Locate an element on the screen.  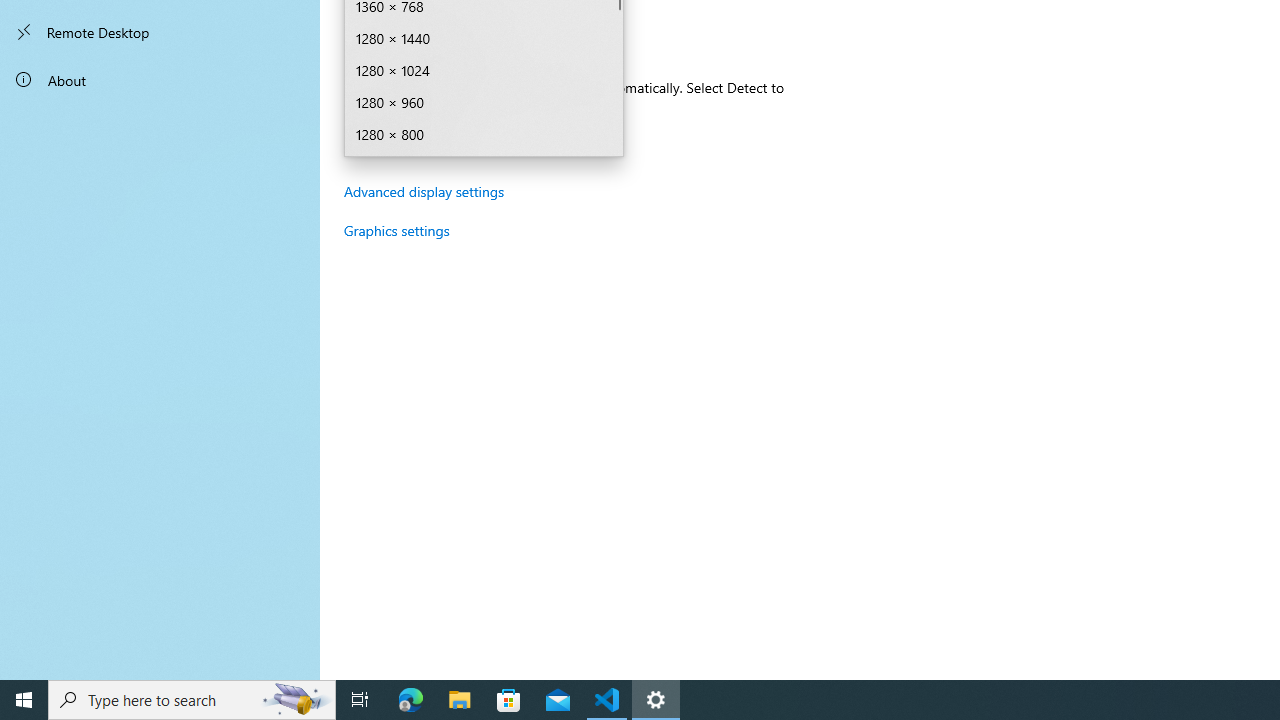
'About' is located at coordinates (160, 78).